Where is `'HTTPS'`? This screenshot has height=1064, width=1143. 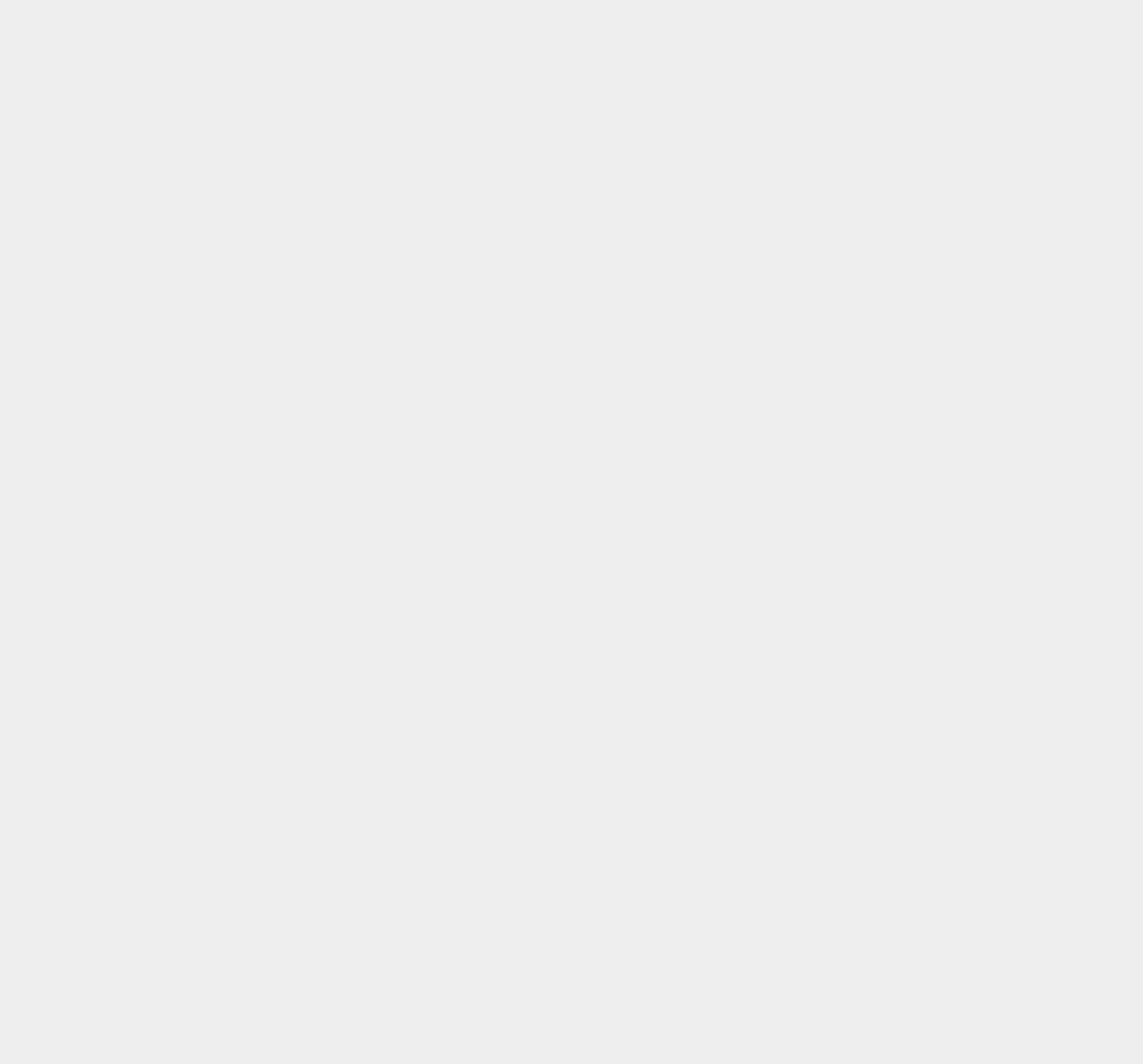 'HTTPS' is located at coordinates (807, 89).